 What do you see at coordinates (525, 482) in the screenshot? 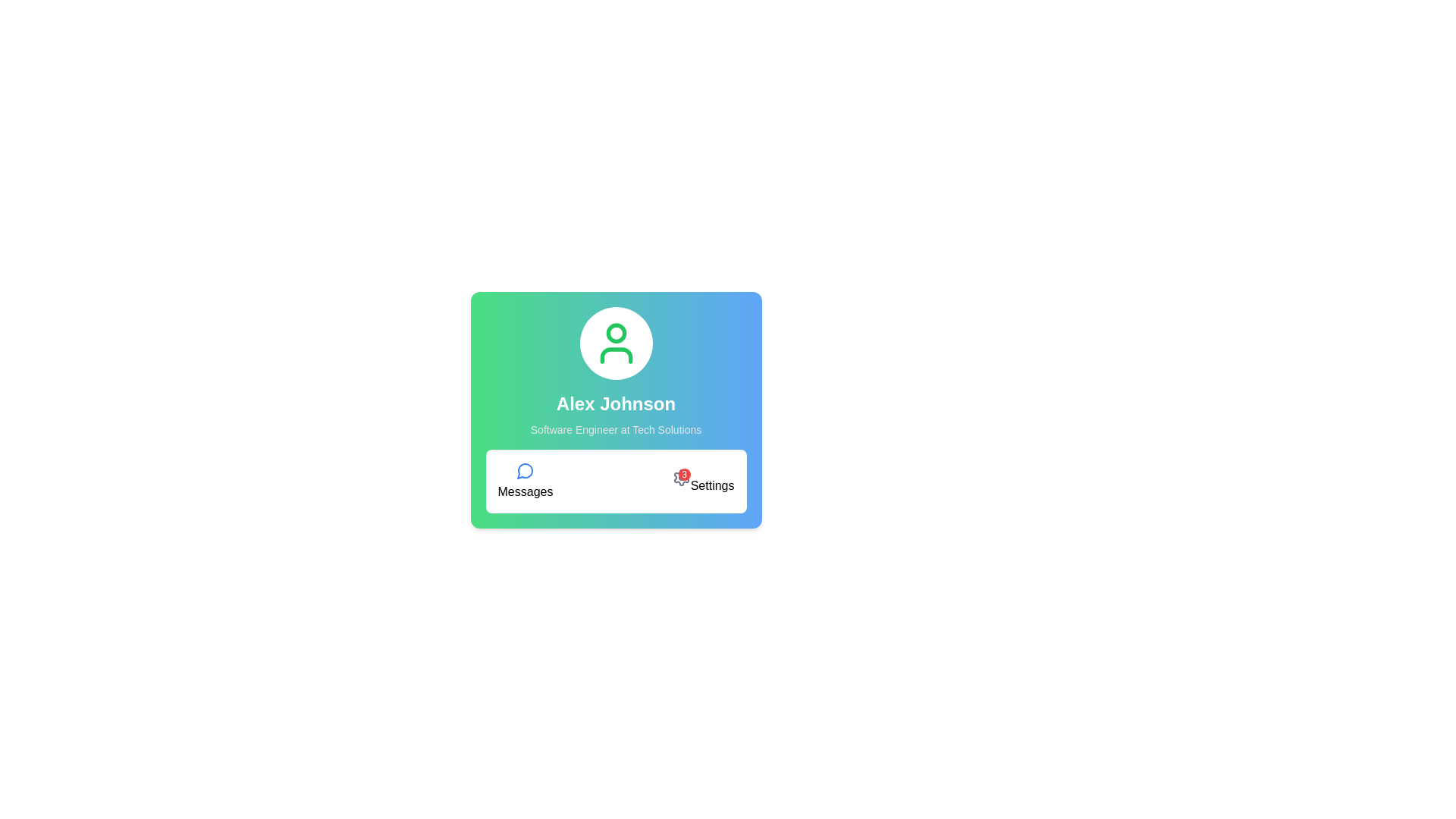
I see `the blue circular speech bubble icon labeled 'Messages'` at bounding box center [525, 482].